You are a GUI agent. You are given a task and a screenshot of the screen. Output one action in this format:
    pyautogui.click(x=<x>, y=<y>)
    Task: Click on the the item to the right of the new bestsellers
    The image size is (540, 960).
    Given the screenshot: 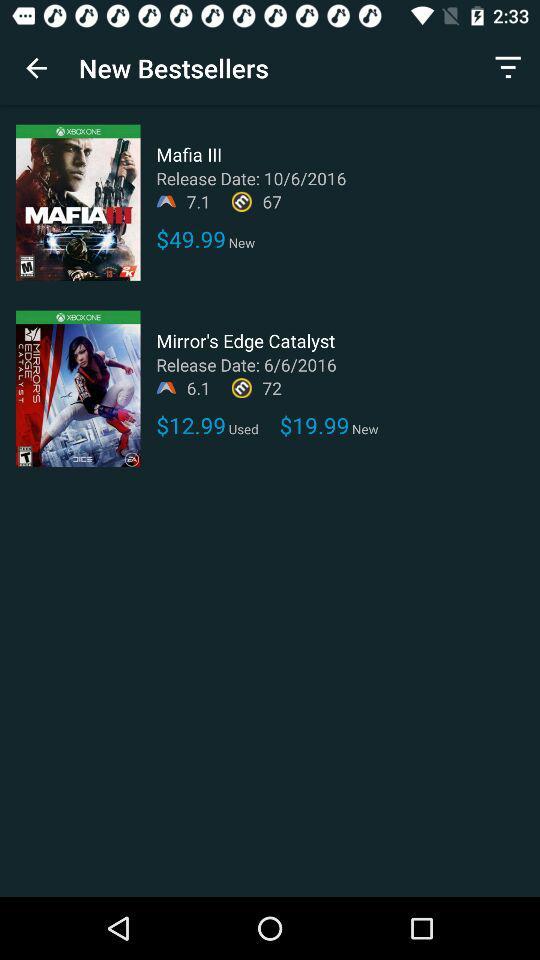 What is the action you would take?
    pyautogui.click(x=508, y=68)
    